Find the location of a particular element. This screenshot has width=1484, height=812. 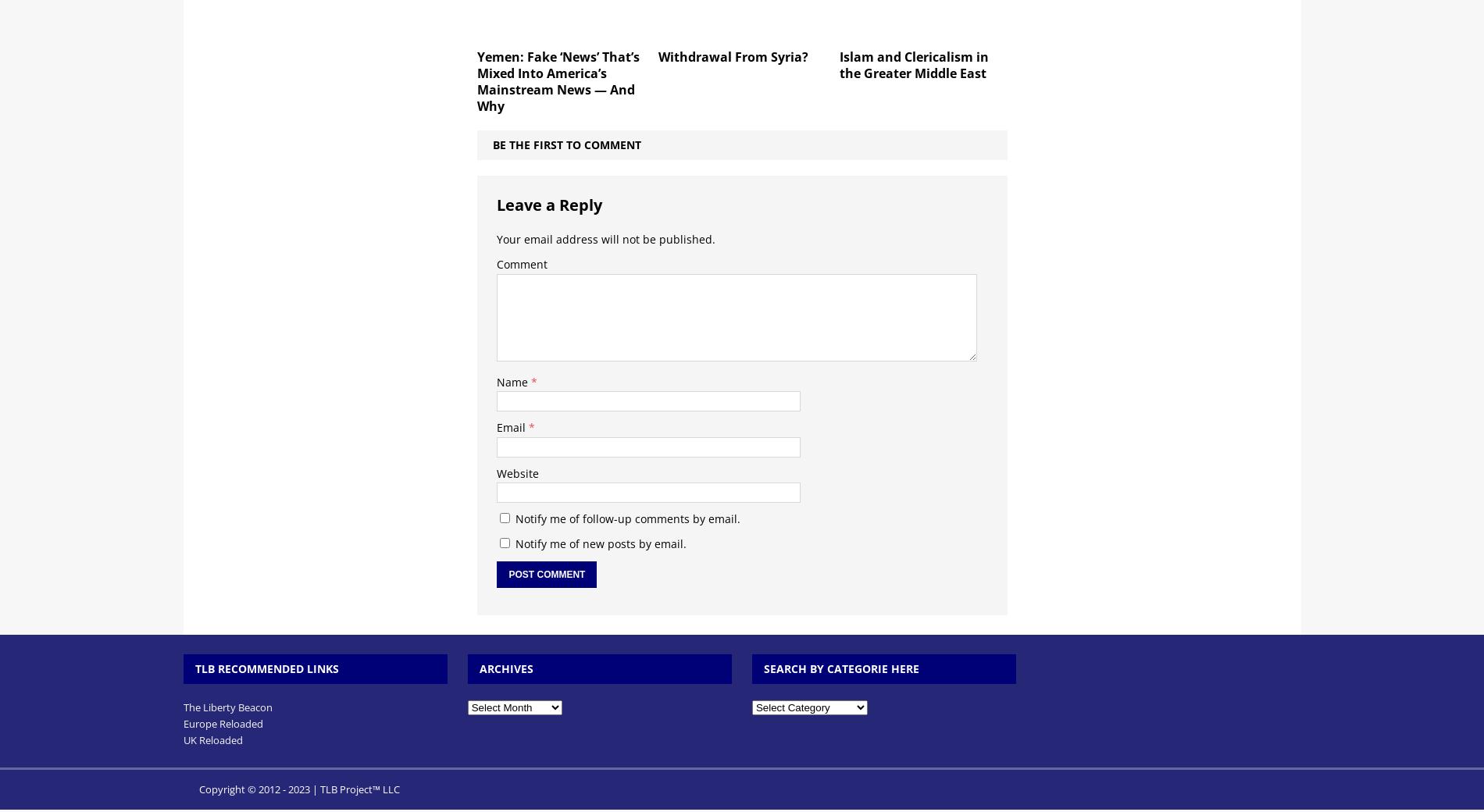

'Leave a Reply' is located at coordinates (549, 203).